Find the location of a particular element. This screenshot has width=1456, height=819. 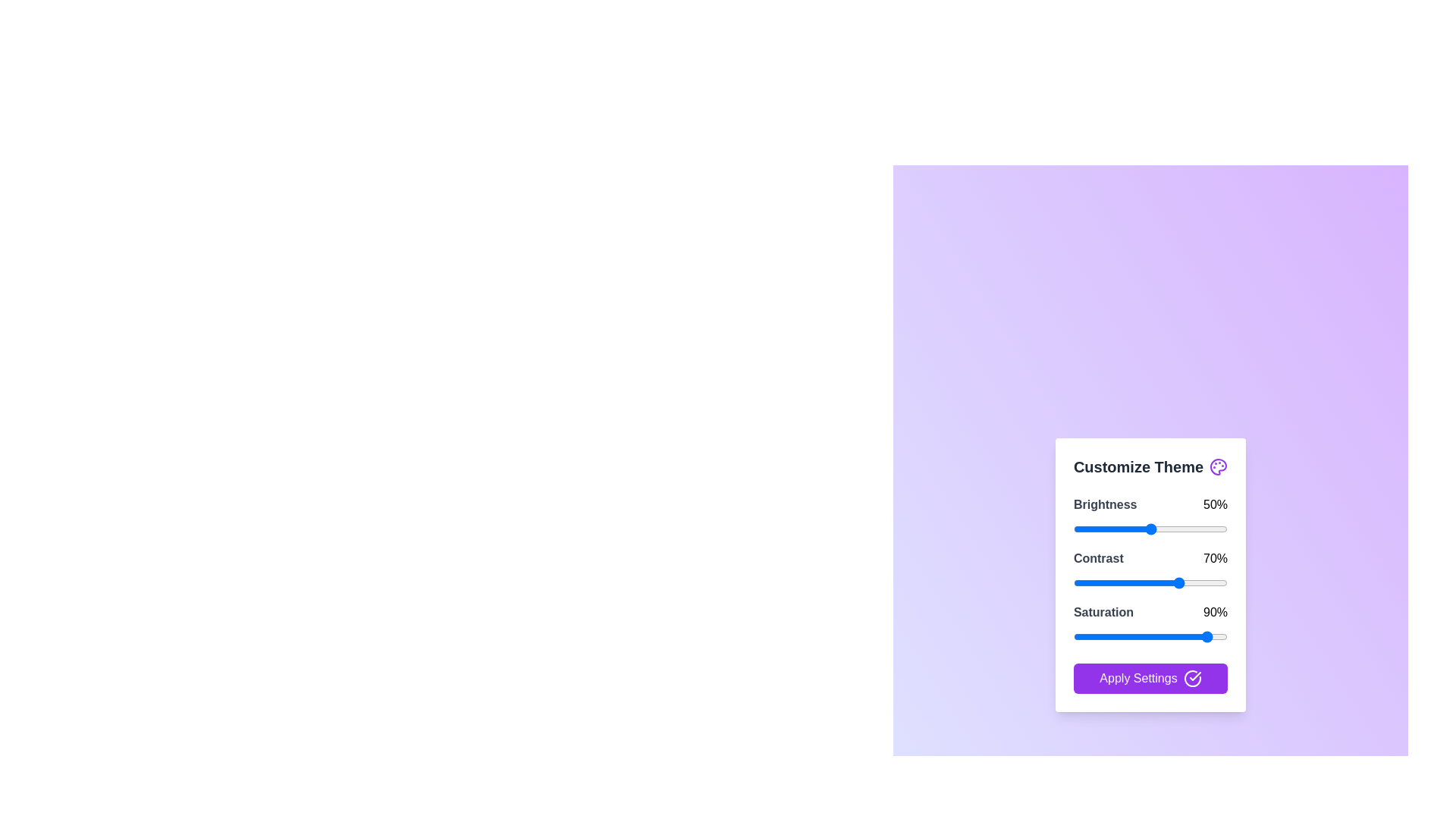

the brightness slider to set its value to 48% is located at coordinates (1147, 528).